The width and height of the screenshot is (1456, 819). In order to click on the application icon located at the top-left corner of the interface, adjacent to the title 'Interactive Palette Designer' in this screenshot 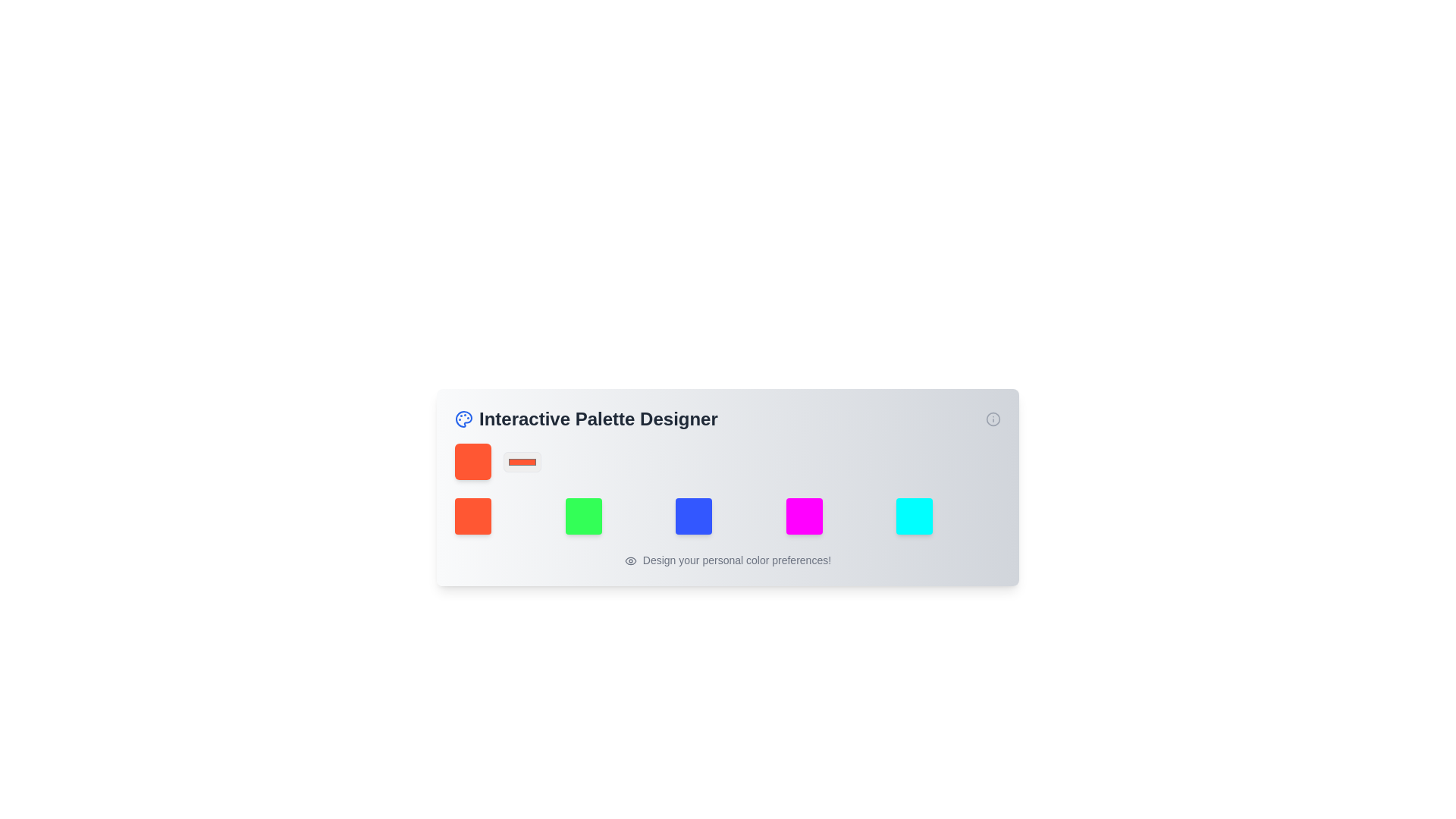, I will do `click(463, 419)`.